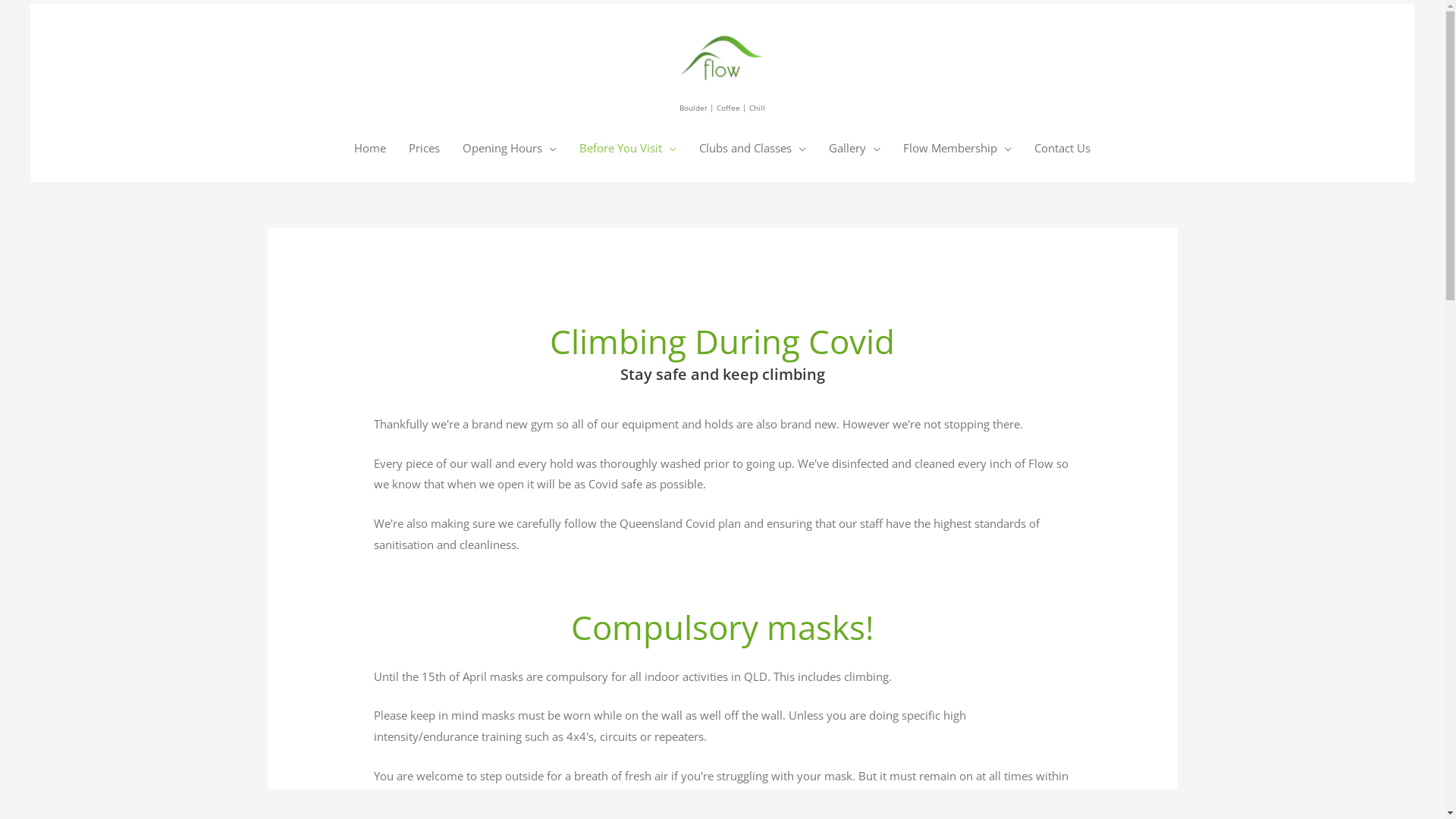 The width and height of the screenshot is (1456, 819). What do you see at coordinates (341, 148) in the screenshot?
I see `'Home'` at bounding box center [341, 148].